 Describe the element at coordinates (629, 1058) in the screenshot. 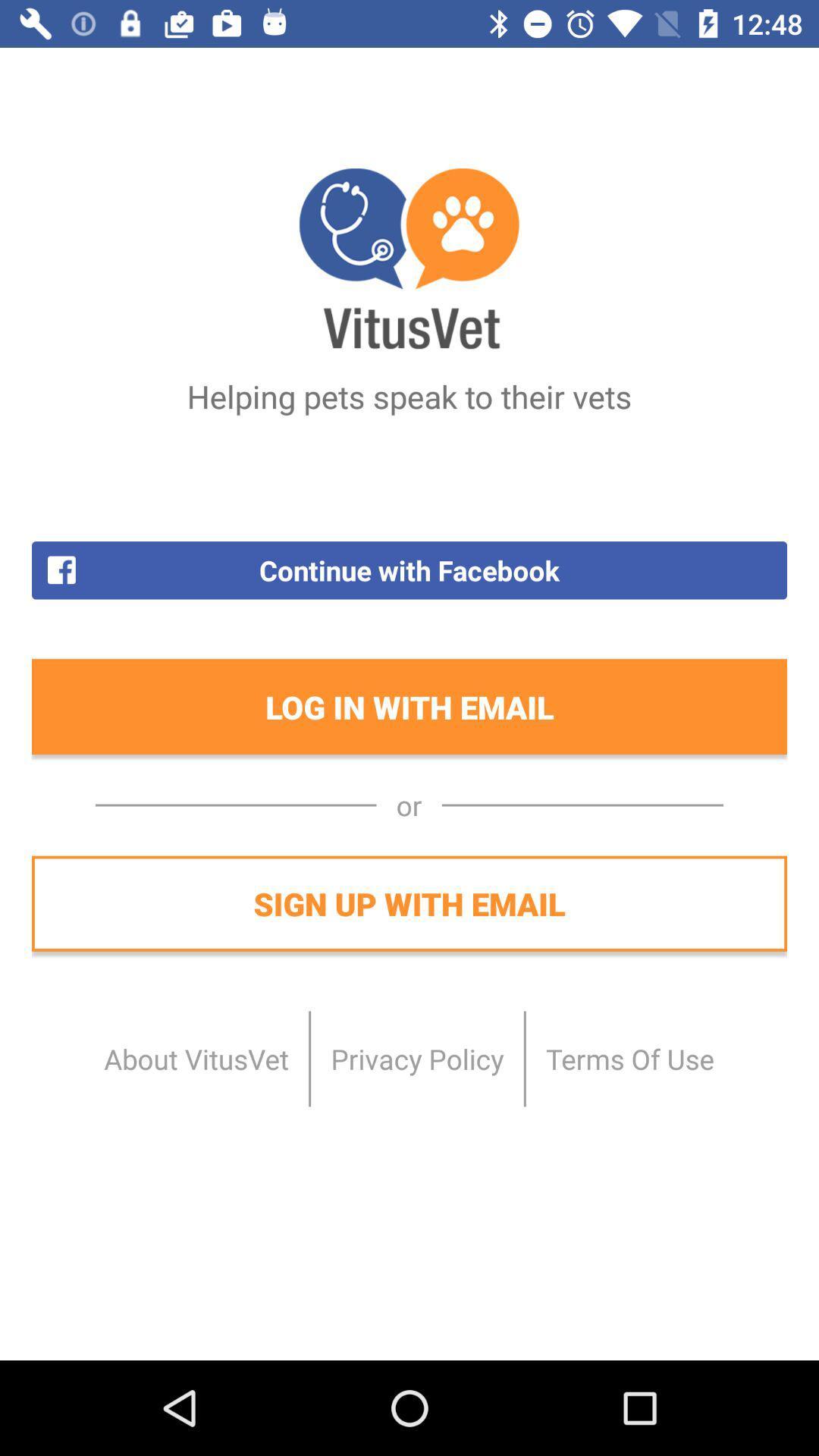

I see `item below the sign up with icon` at that location.